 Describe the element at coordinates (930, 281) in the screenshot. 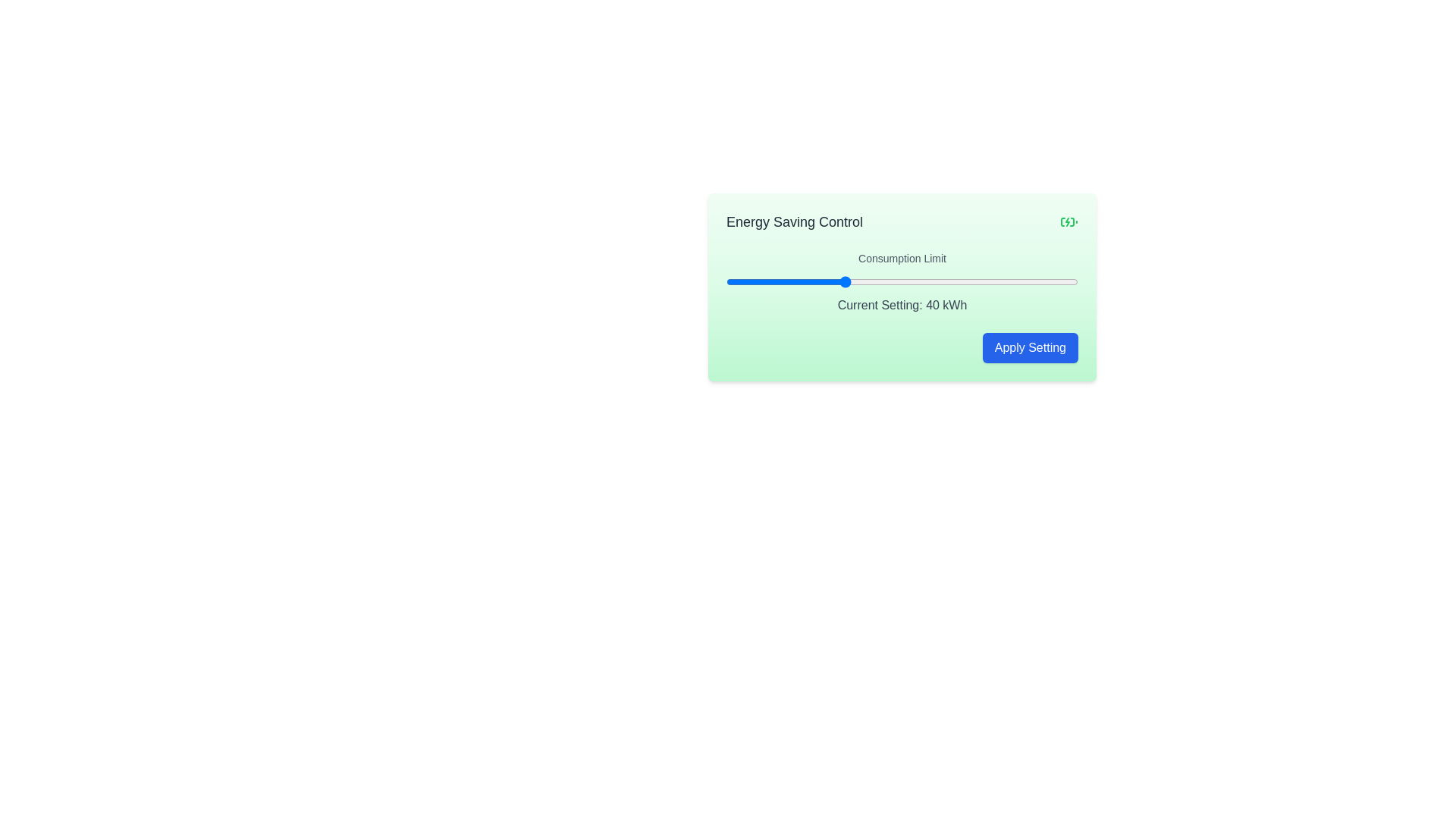

I see `the consumption limit slider to set the value to 55` at that location.